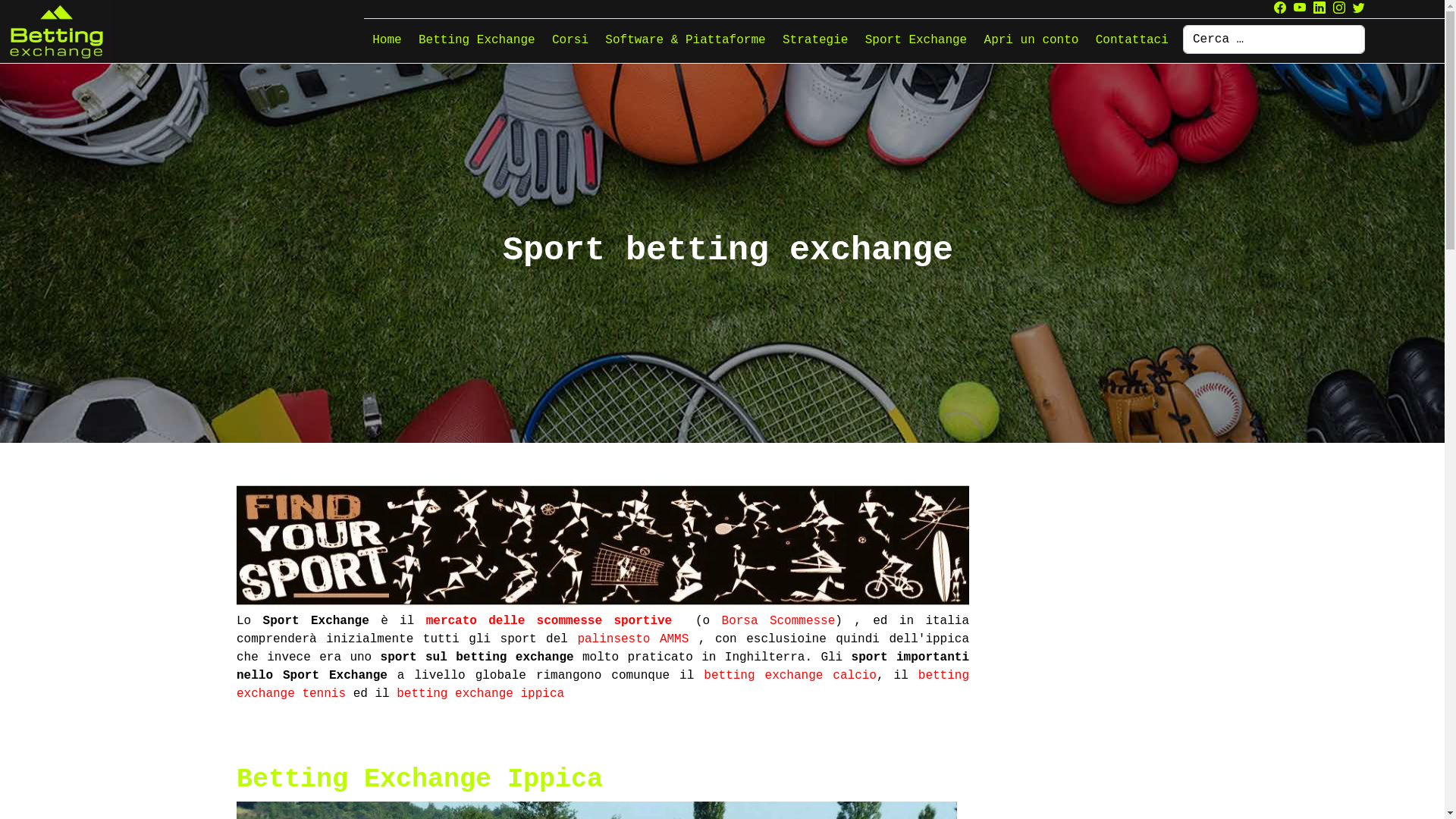 This screenshot has height=819, width=1456. Describe the element at coordinates (1279, 8) in the screenshot. I see `'Facebook'` at that location.